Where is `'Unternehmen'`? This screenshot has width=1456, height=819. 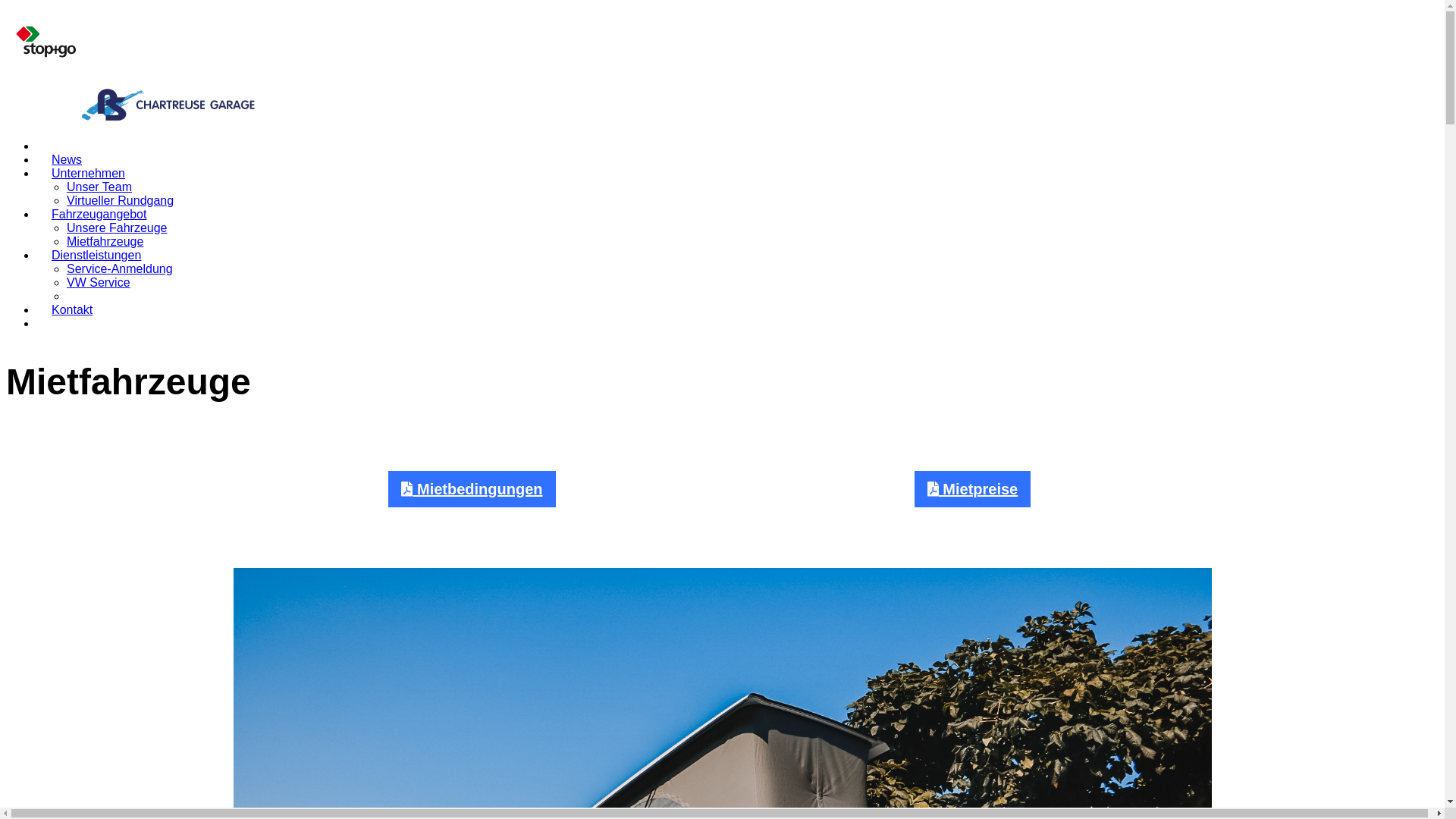 'Unternehmen' is located at coordinates (36, 172).